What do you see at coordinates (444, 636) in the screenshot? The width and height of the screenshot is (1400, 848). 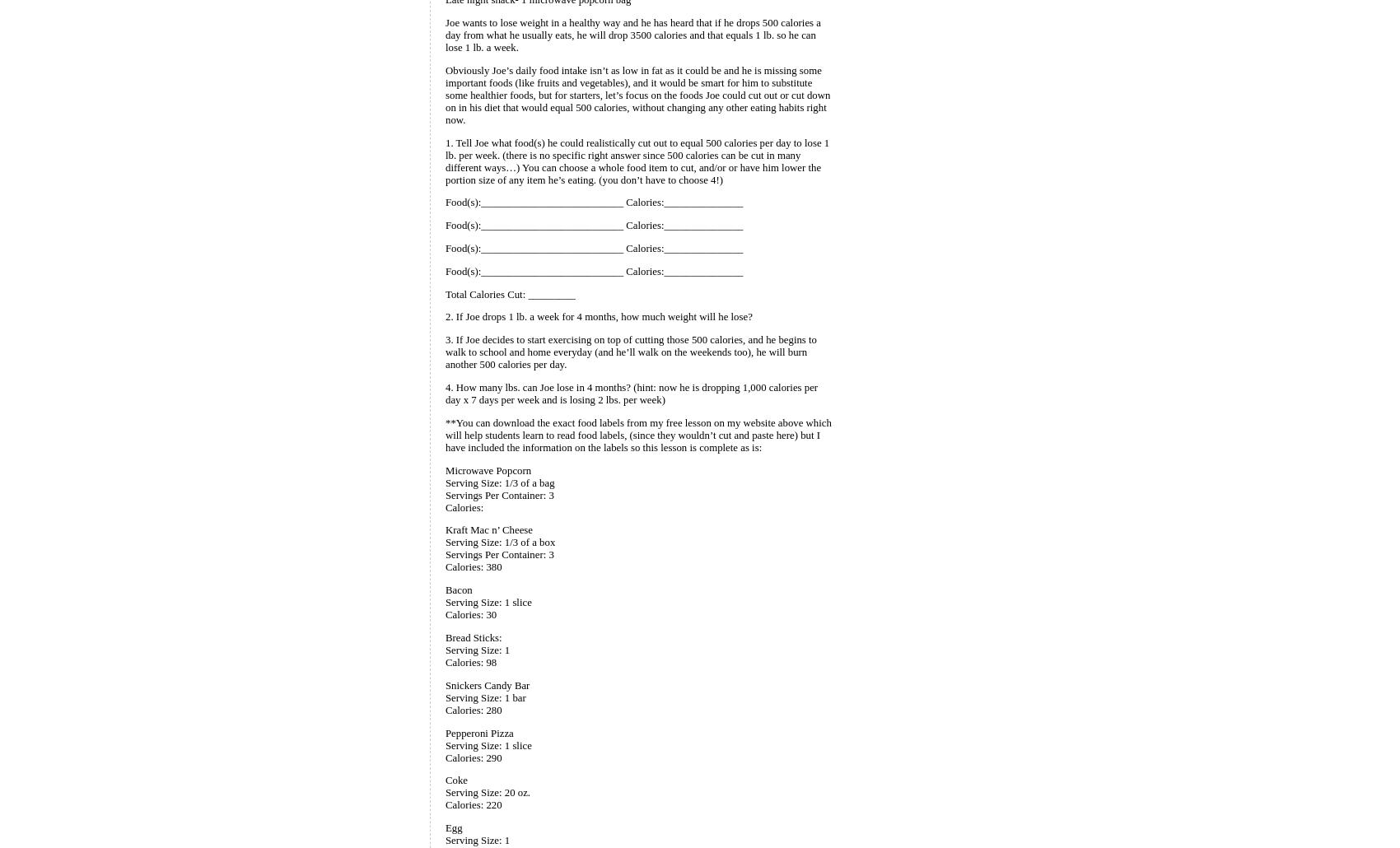 I see `'Bread Sticks:'` at bounding box center [444, 636].